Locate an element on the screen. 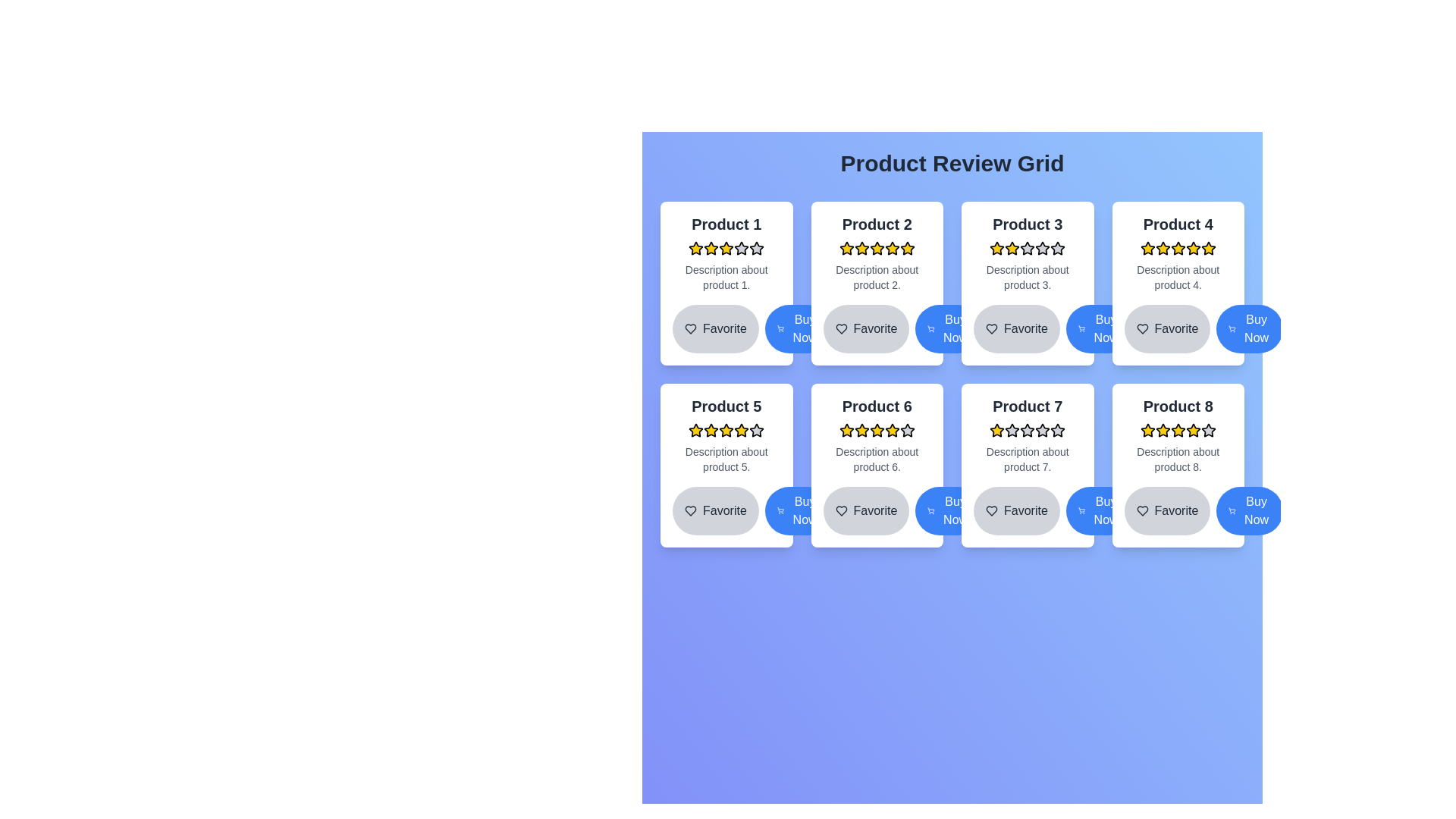 The height and width of the screenshot is (819, 1456). on the fifth rating star icon for 'Product 2' in the 'Product Review Grid' is located at coordinates (892, 247).